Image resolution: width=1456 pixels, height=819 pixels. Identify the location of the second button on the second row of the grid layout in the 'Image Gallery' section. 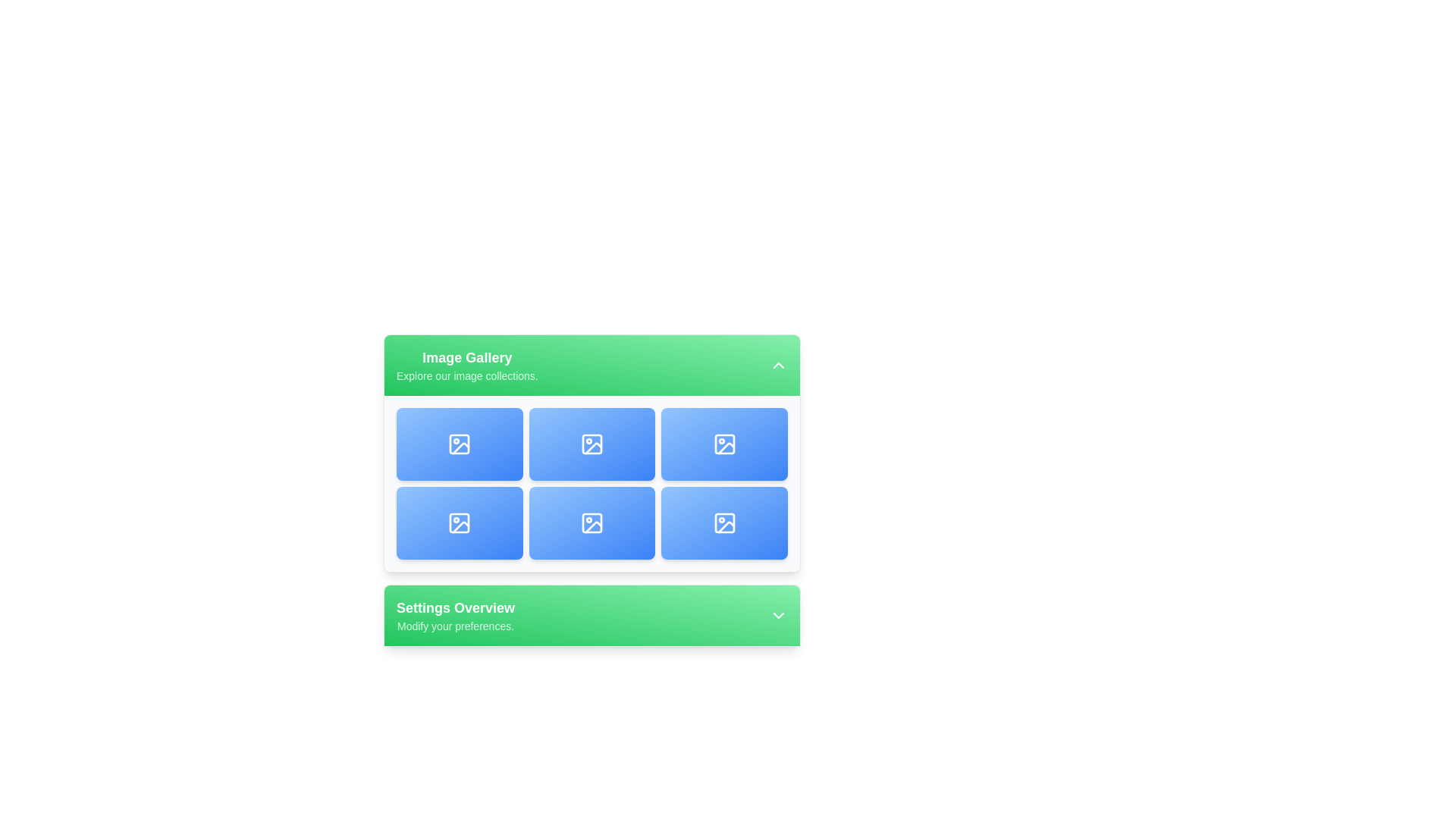
(459, 522).